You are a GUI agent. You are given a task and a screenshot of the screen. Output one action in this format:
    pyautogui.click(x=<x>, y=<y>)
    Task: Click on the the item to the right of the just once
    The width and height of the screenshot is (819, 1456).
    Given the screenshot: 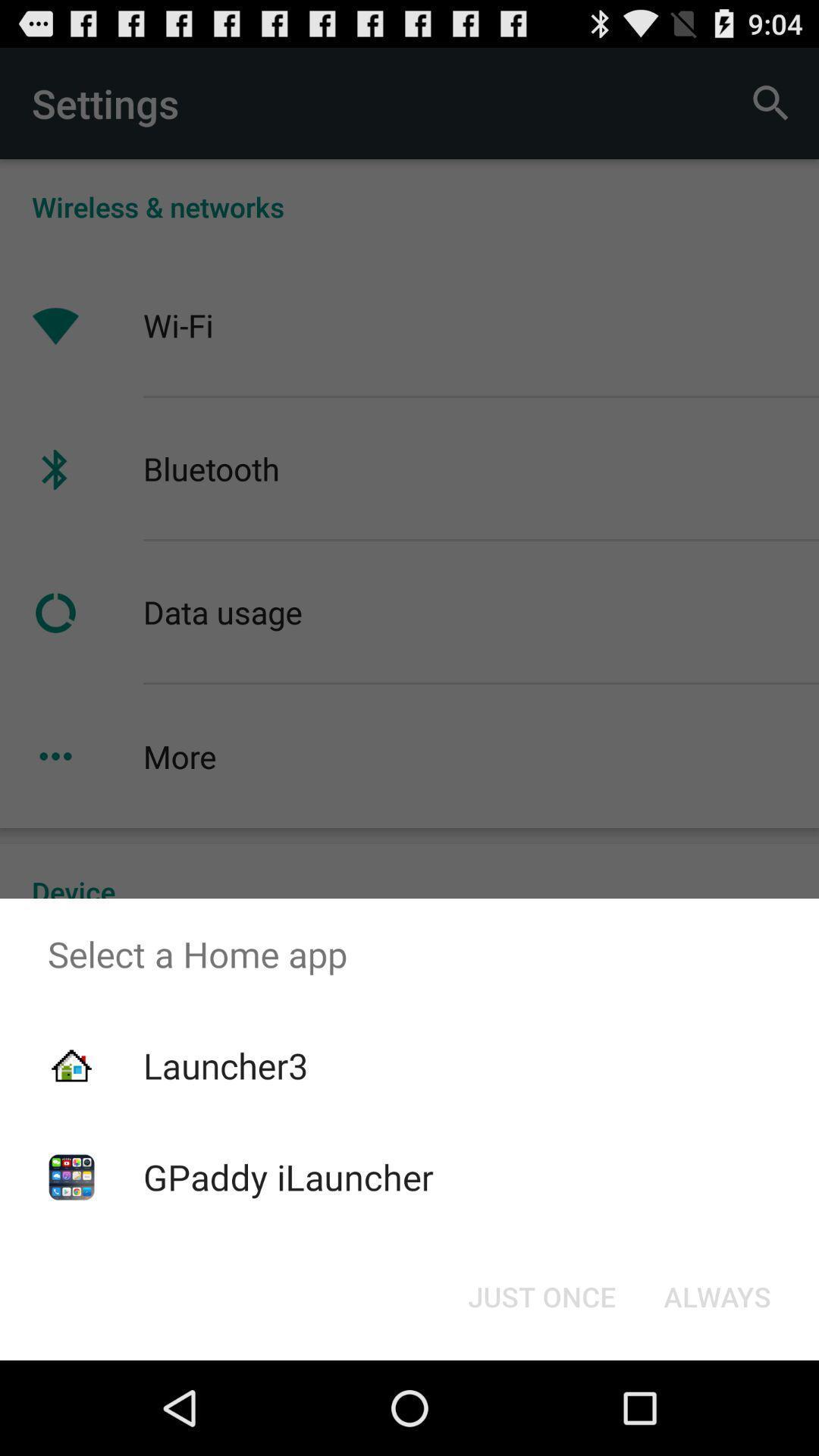 What is the action you would take?
    pyautogui.click(x=717, y=1295)
    